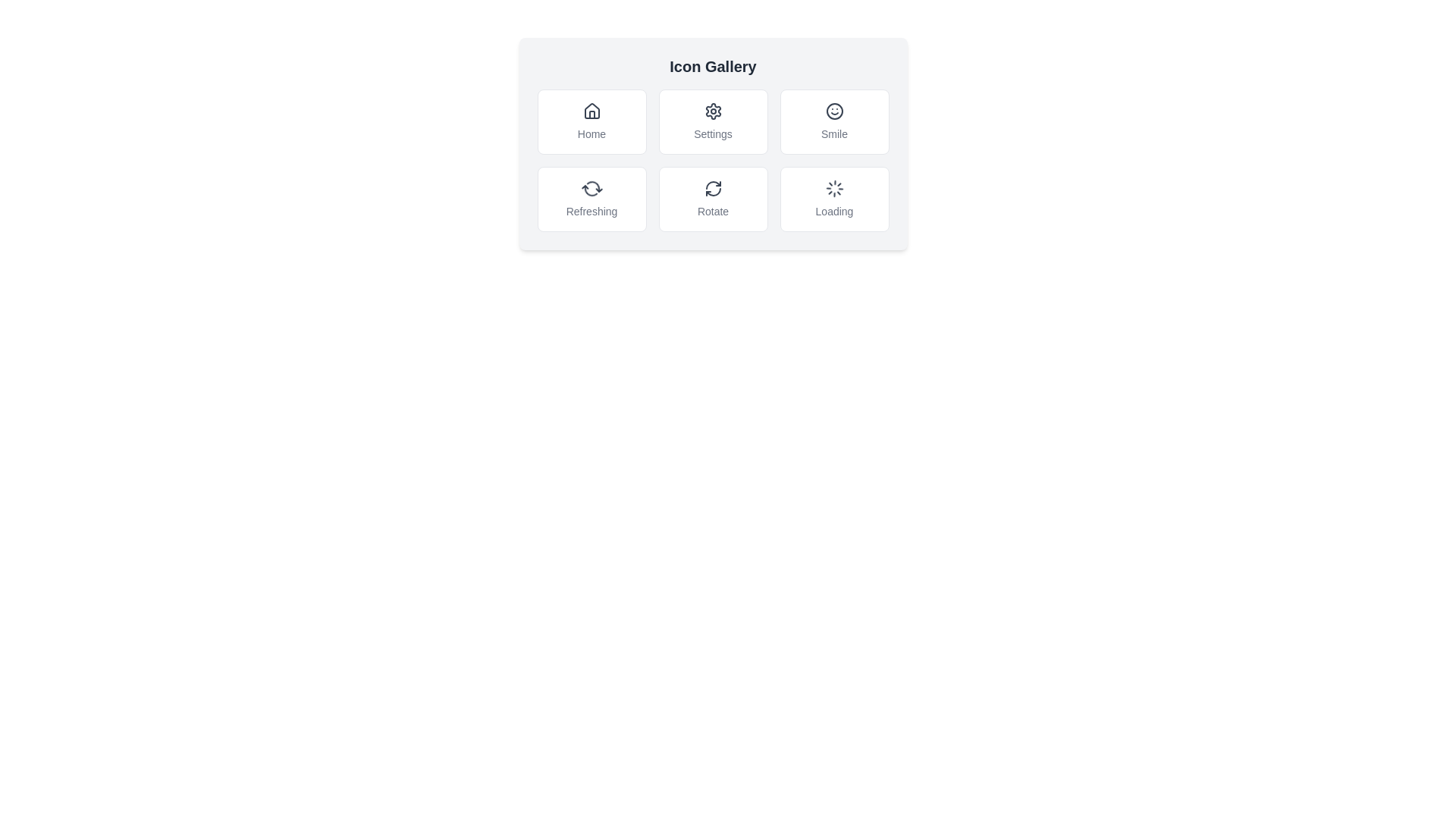  What do you see at coordinates (833, 188) in the screenshot?
I see `the Spinning Loader Icon located in the lower-right corner of the 'Icon Gallery' section, beneath 'Smile' and to the right of 'Rotate'` at bounding box center [833, 188].